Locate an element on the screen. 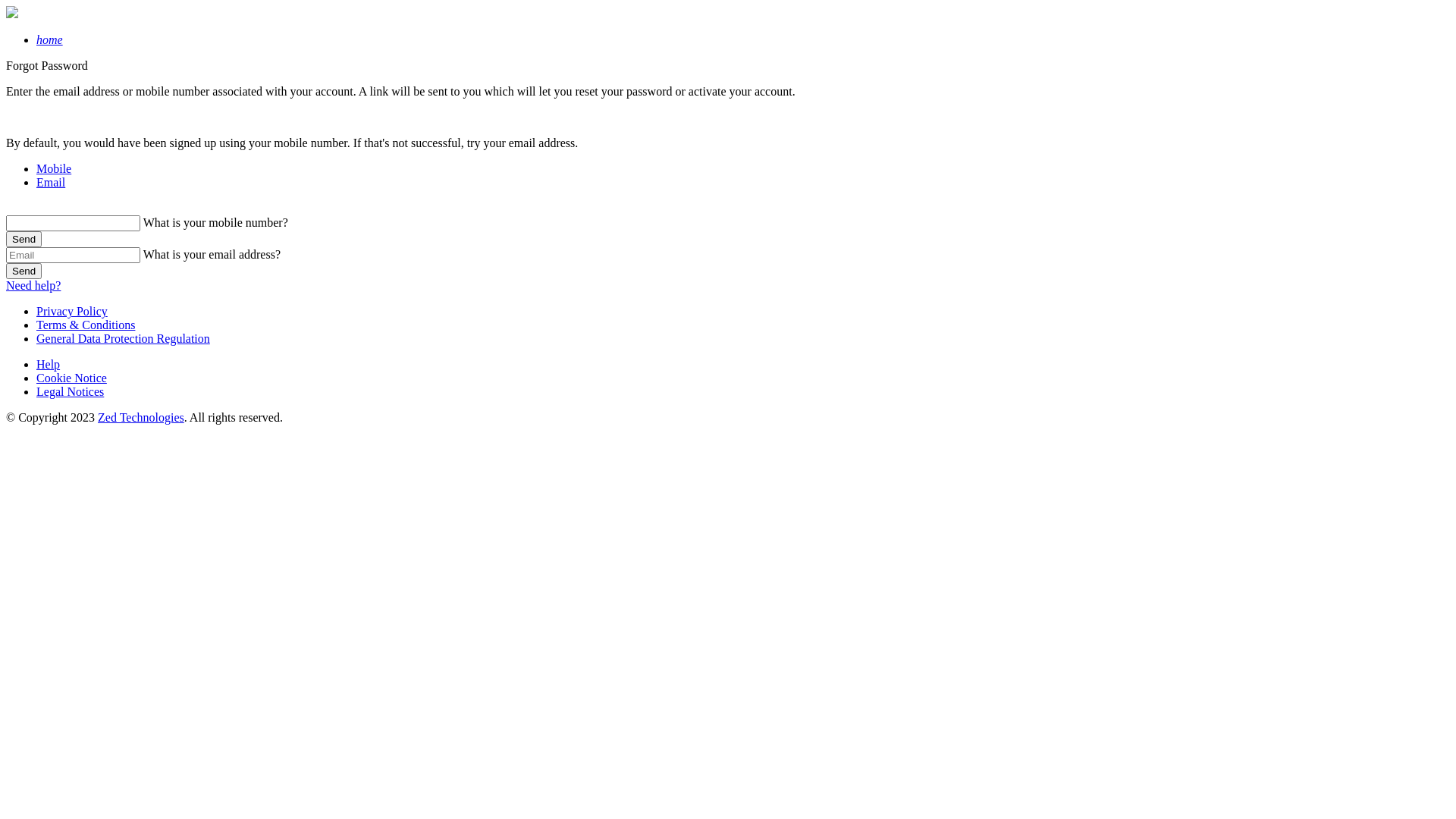  'Privacy Policy' is located at coordinates (71, 310).